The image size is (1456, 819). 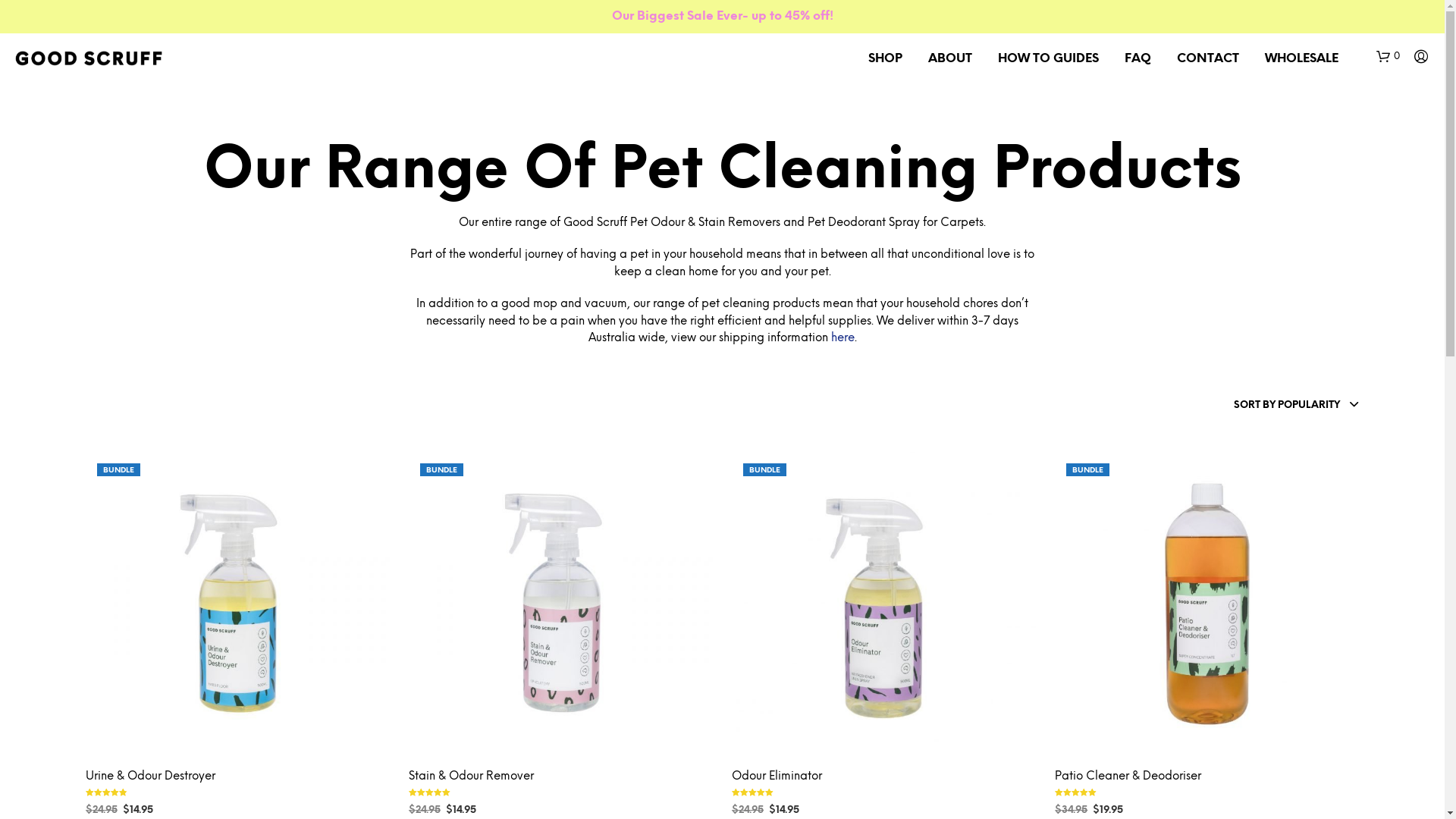 What do you see at coordinates (611, 16) in the screenshot?
I see `'Our Biggest Sale Ever- up to 45% off!'` at bounding box center [611, 16].